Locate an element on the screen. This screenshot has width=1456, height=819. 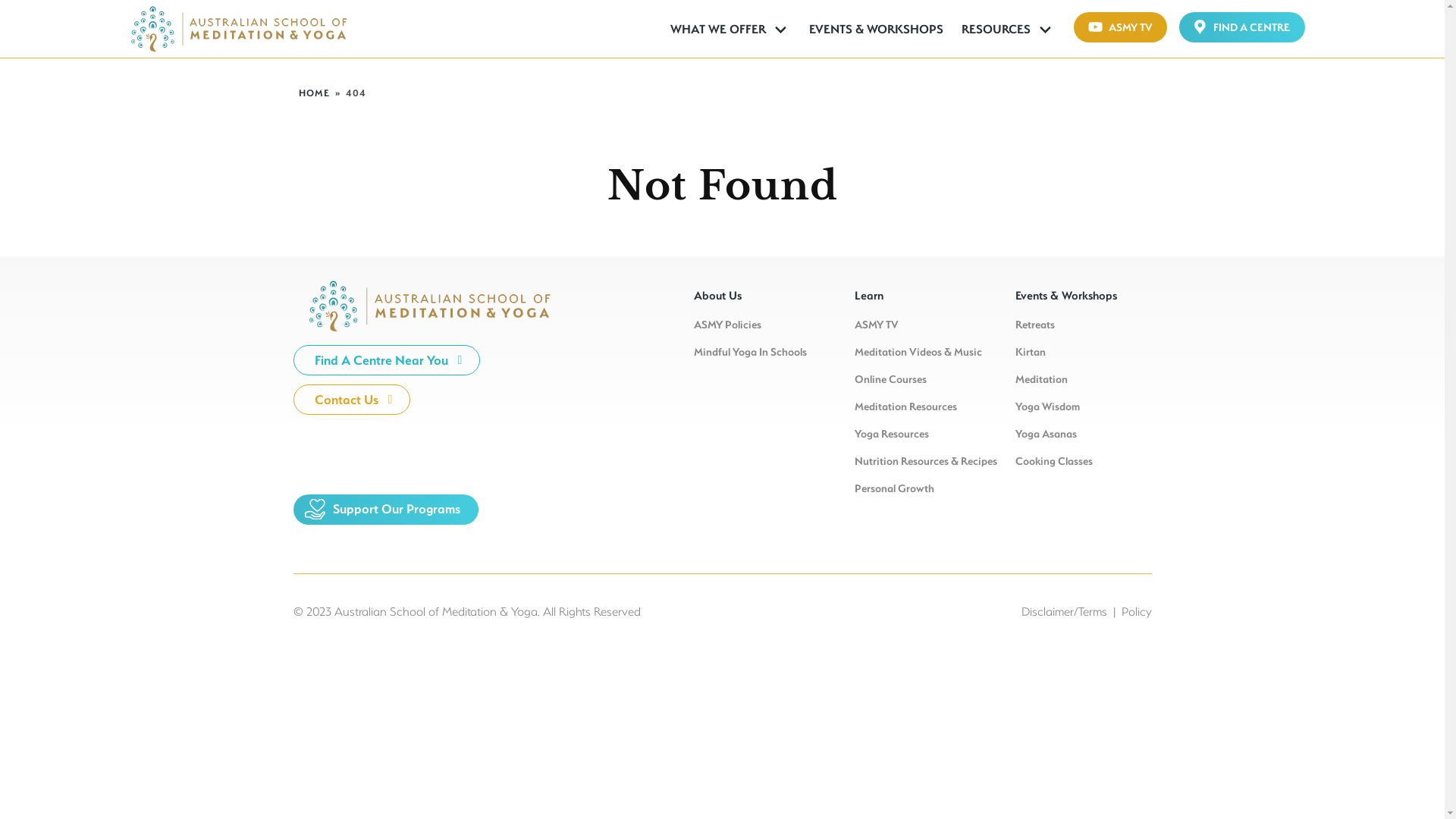
'Contact Us' is located at coordinates (350, 399).